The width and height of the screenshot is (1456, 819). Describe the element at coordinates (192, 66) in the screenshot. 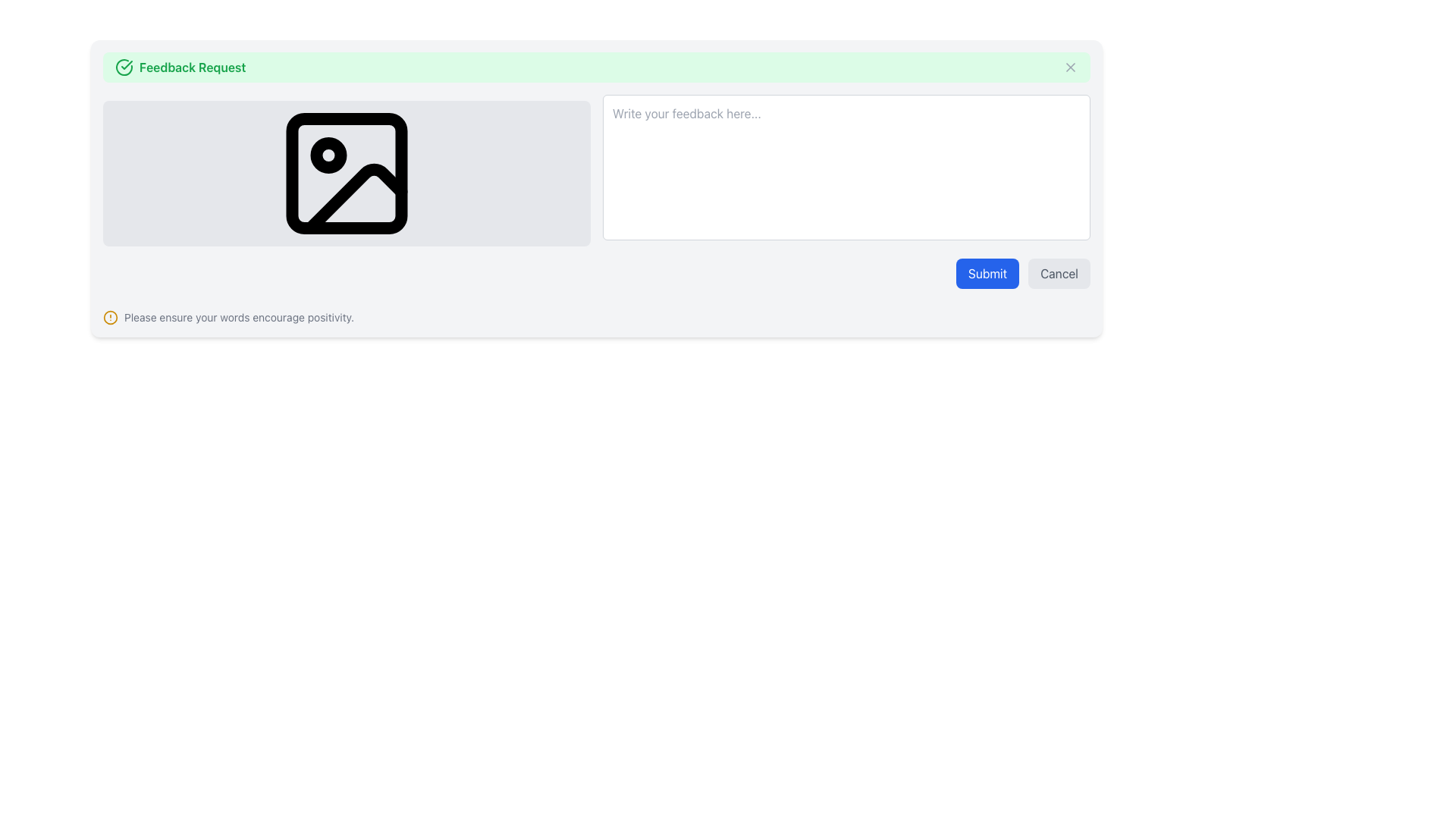

I see `the static text label that reads 'Feedback Request', which is positioned in the upper-left area of the feedback interface adjacent to a checkmark icon in a light green status bar` at that location.